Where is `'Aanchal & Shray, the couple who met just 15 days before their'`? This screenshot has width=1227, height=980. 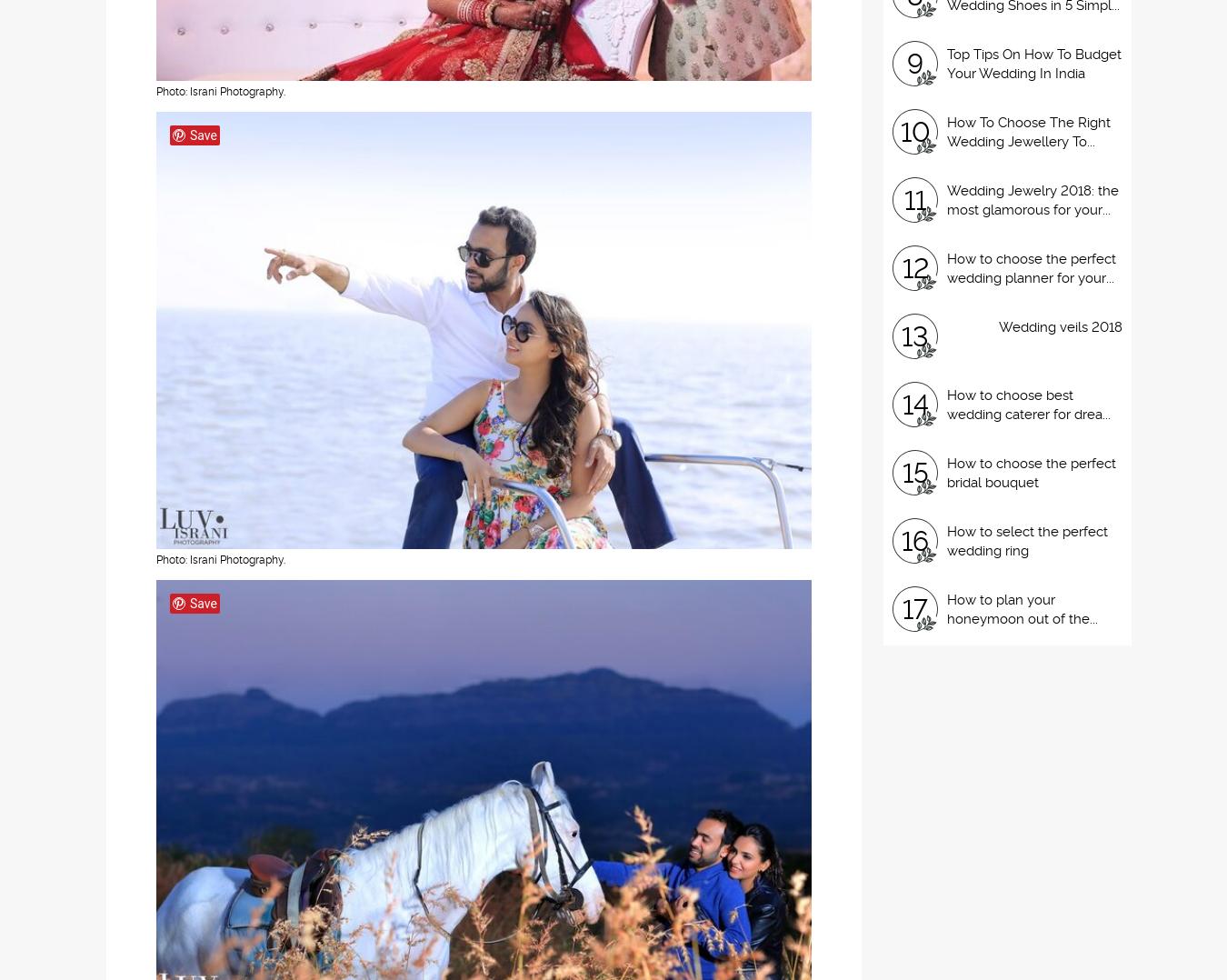
'Aanchal & Shray, the couple who met just 15 days before their' is located at coordinates (363, 952).